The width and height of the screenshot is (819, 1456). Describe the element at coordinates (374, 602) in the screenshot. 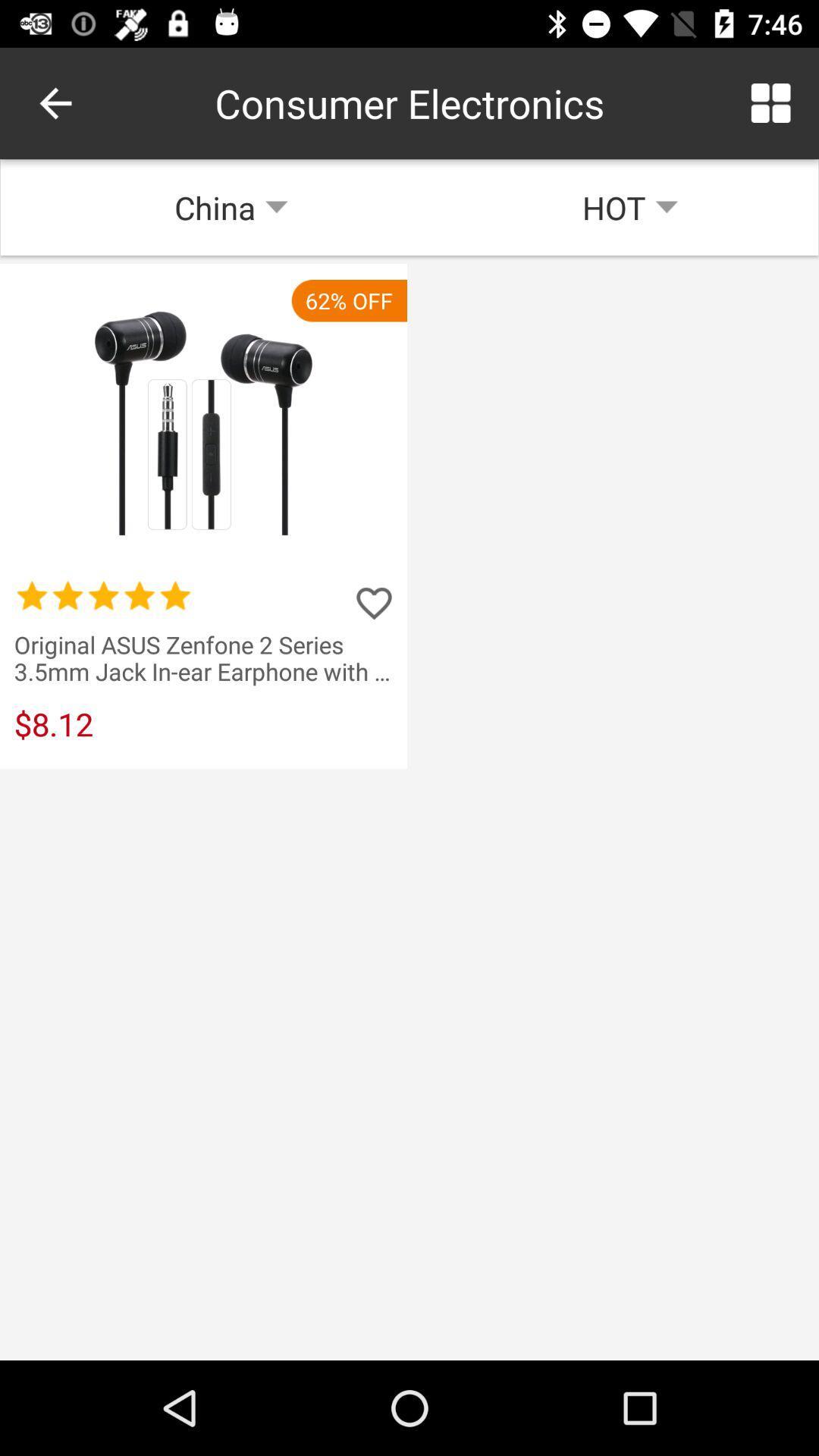

I see `mark it favourite option` at that location.